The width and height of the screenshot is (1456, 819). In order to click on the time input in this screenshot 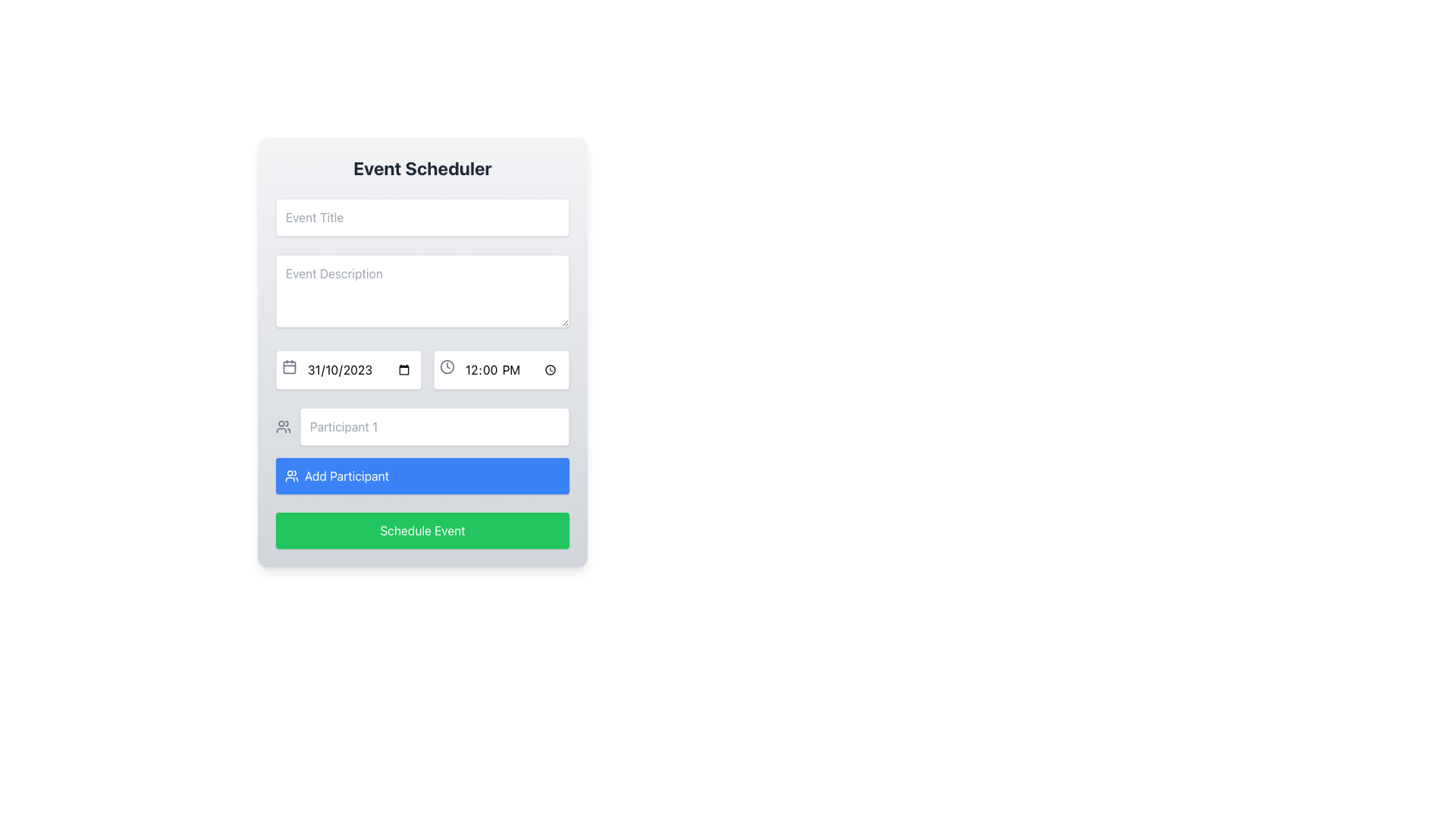, I will do `click(501, 370)`.